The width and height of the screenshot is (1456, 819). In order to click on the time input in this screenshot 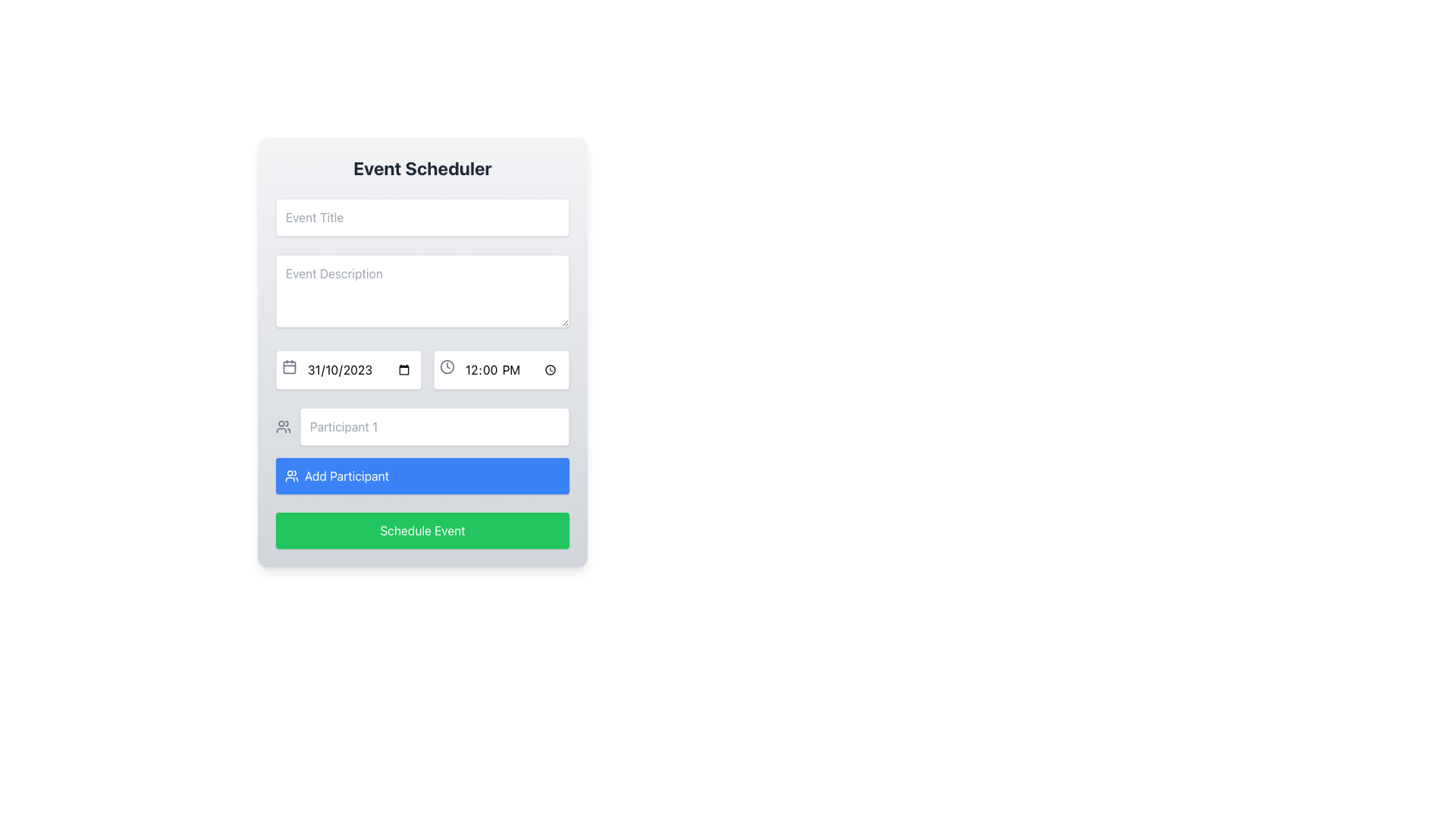, I will do `click(501, 370)`.